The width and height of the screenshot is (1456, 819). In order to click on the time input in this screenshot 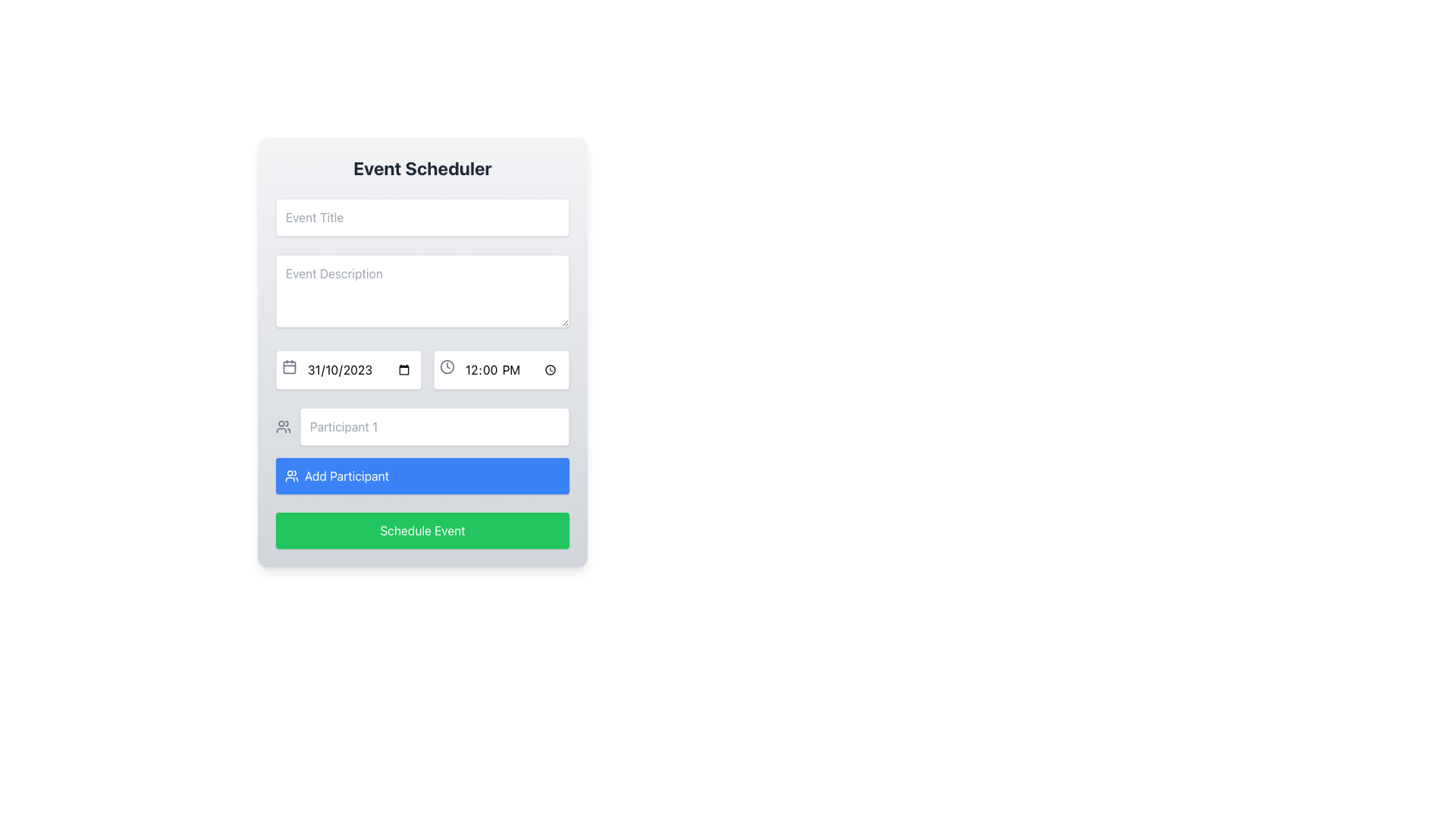, I will do `click(501, 370)`.